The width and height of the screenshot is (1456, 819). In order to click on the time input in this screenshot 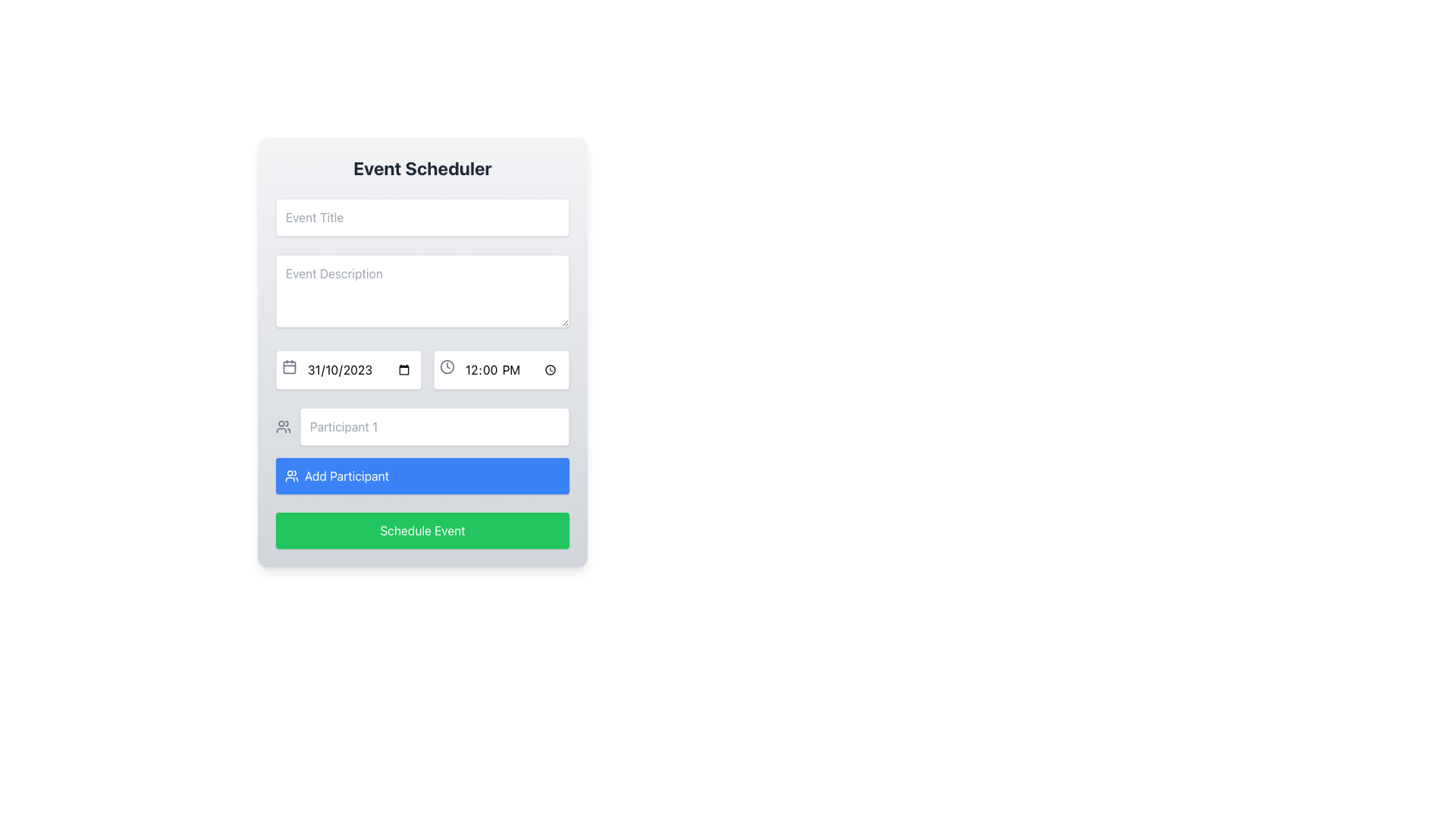, I will do `click(501, 370)`.